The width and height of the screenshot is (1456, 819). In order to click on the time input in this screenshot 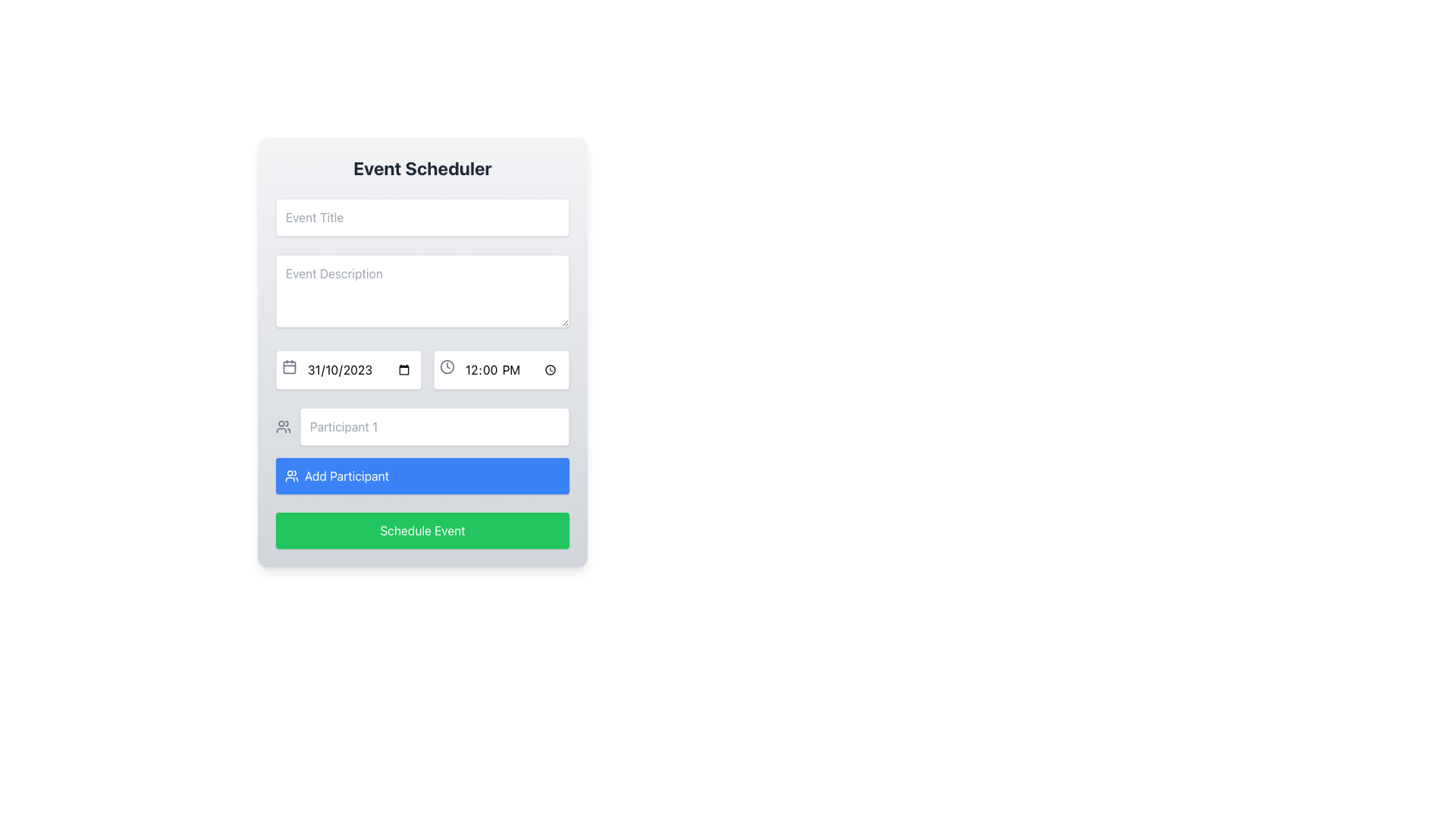, I will do `click(501, 370)`.